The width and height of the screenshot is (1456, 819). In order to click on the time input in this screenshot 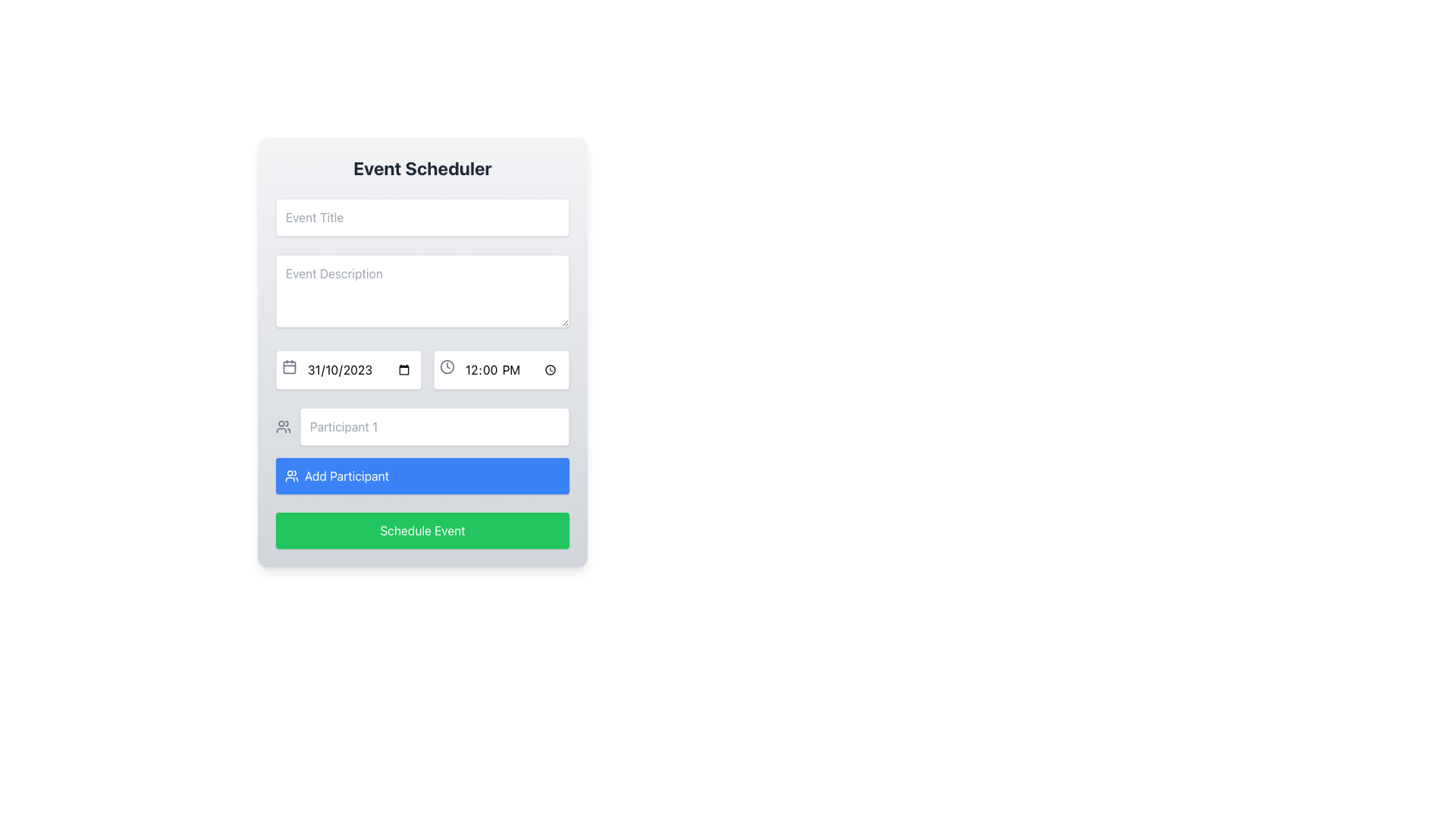, I will do `click(501, 370)`.